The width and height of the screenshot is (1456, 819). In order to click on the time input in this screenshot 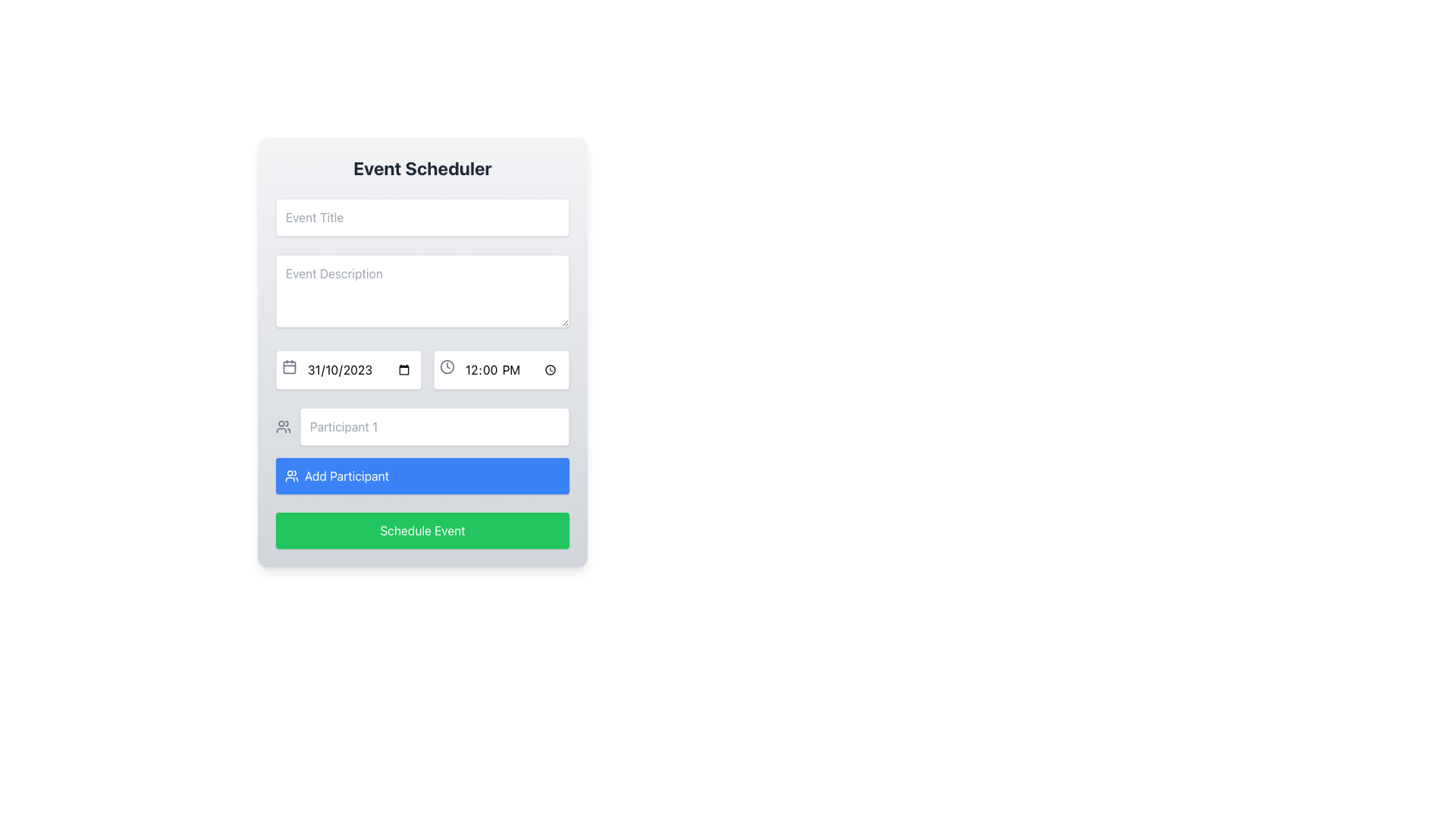, I will do `click(501, 370)`.